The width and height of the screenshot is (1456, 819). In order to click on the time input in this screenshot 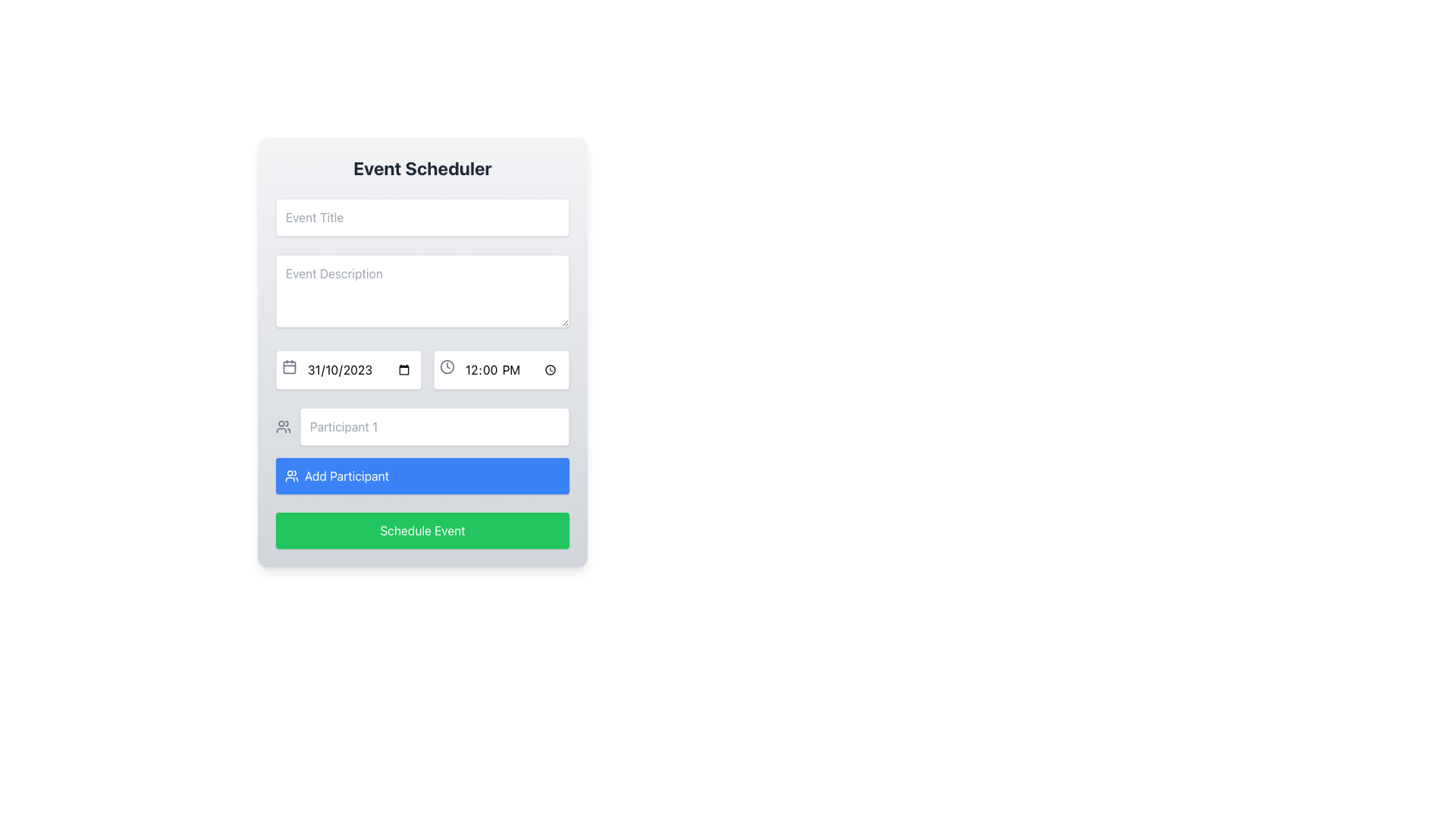, I will do `click(501, 370)`.